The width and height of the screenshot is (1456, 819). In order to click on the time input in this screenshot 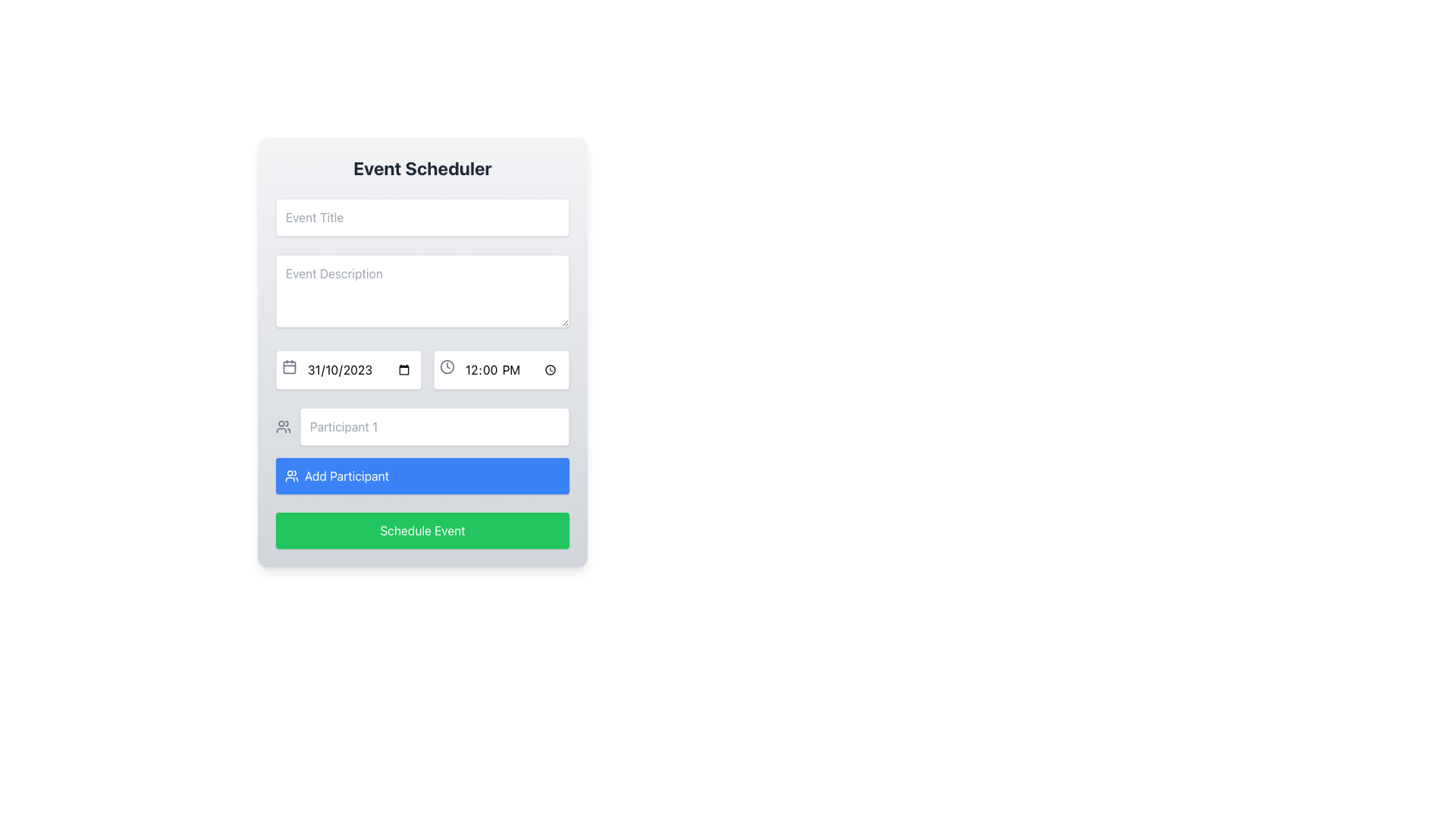, I will do `click(501, 370)`.